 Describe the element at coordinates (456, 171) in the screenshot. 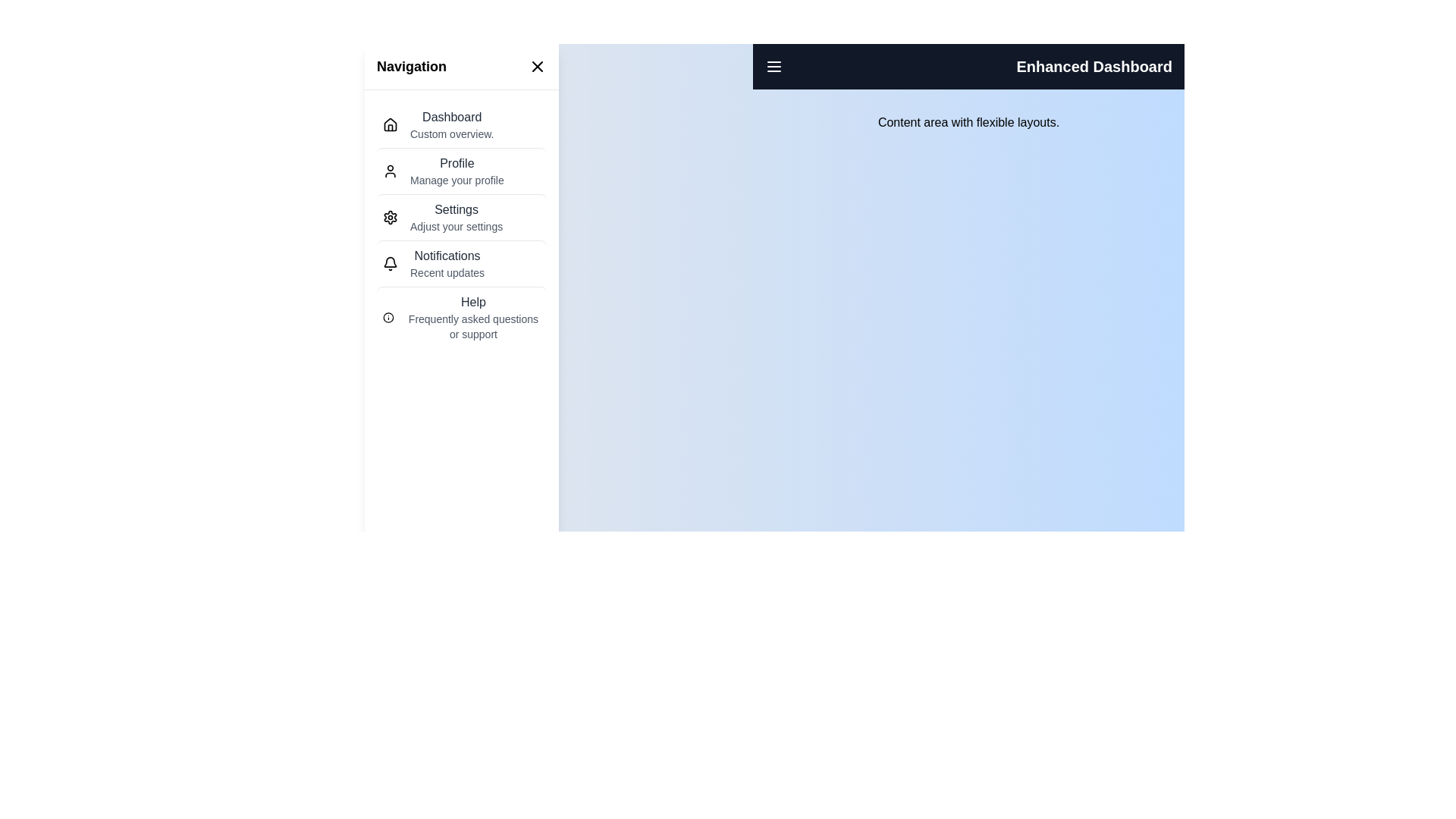

I see `the 'Manage your profile' text label, which is the second line of text in the profile section of the navigation menu` at that location.